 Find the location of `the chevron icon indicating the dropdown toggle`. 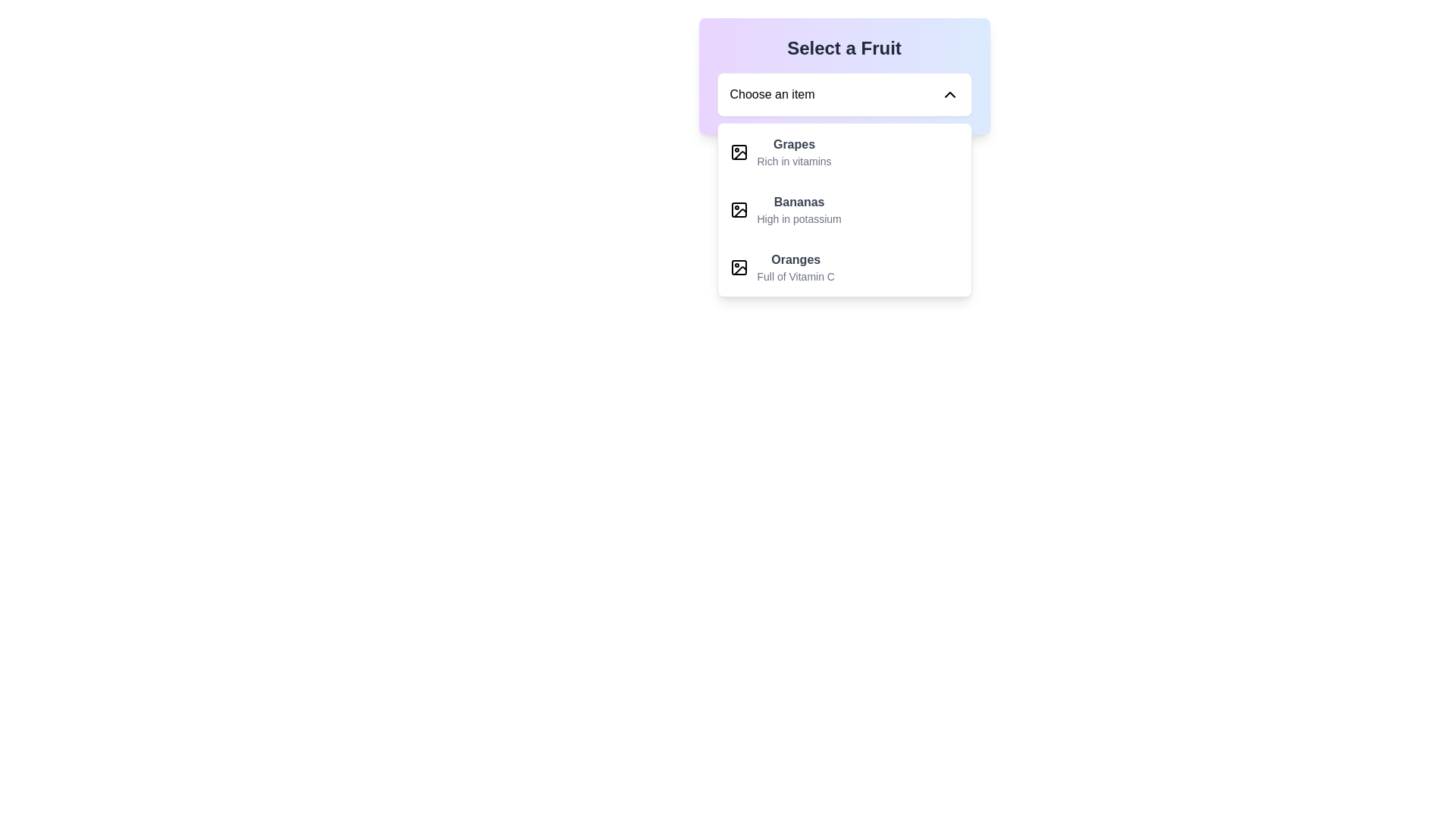

the chevron icon indicating the dropdown toggle is located at coordinates (949, 94).